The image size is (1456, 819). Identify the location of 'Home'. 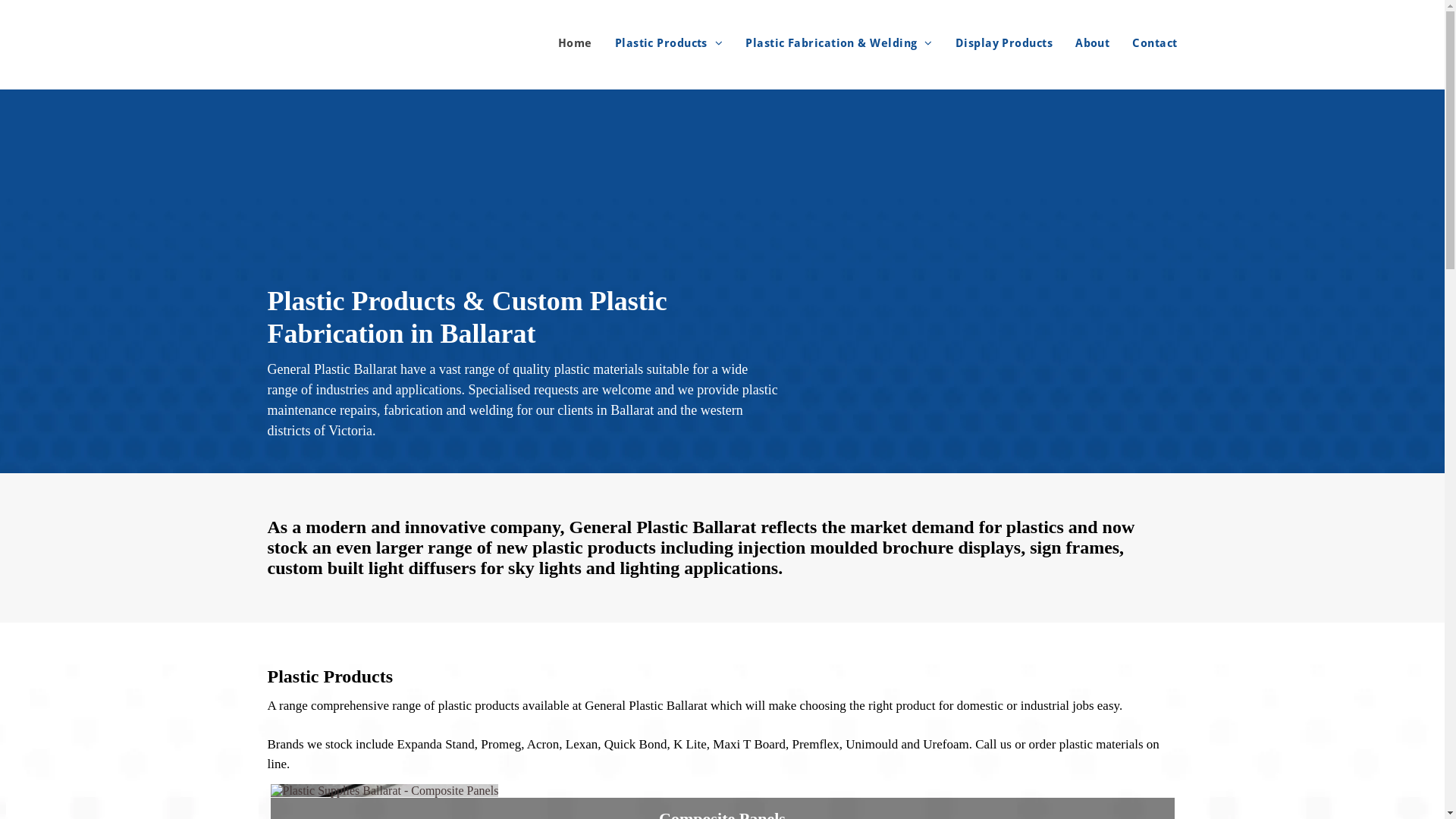
(563, 42).